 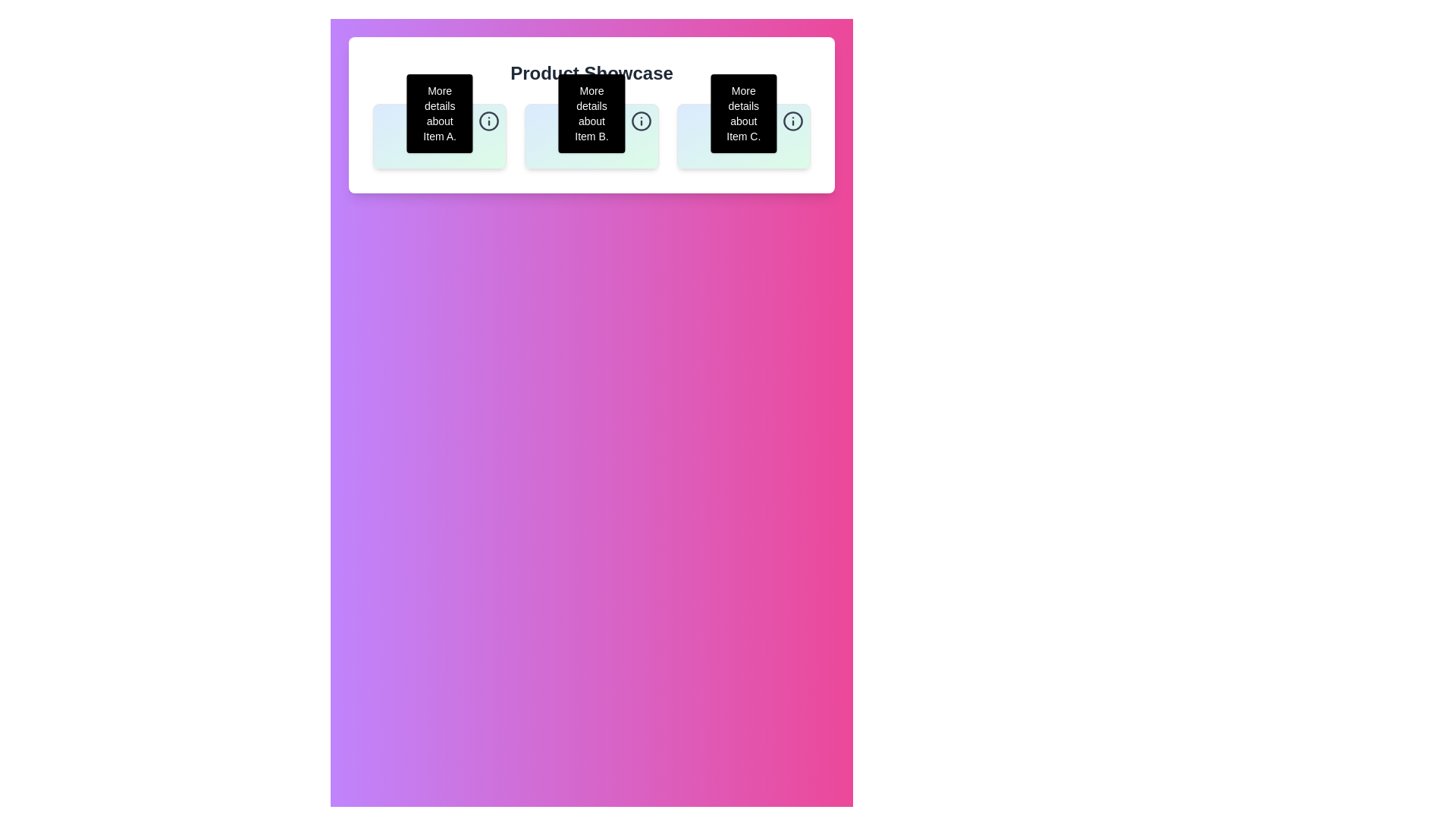 I want to click on the static text label displaying 'Item B' located in the upper section of the middle card of a horizontally aligned group of three cards, so click(x=591, y=133).